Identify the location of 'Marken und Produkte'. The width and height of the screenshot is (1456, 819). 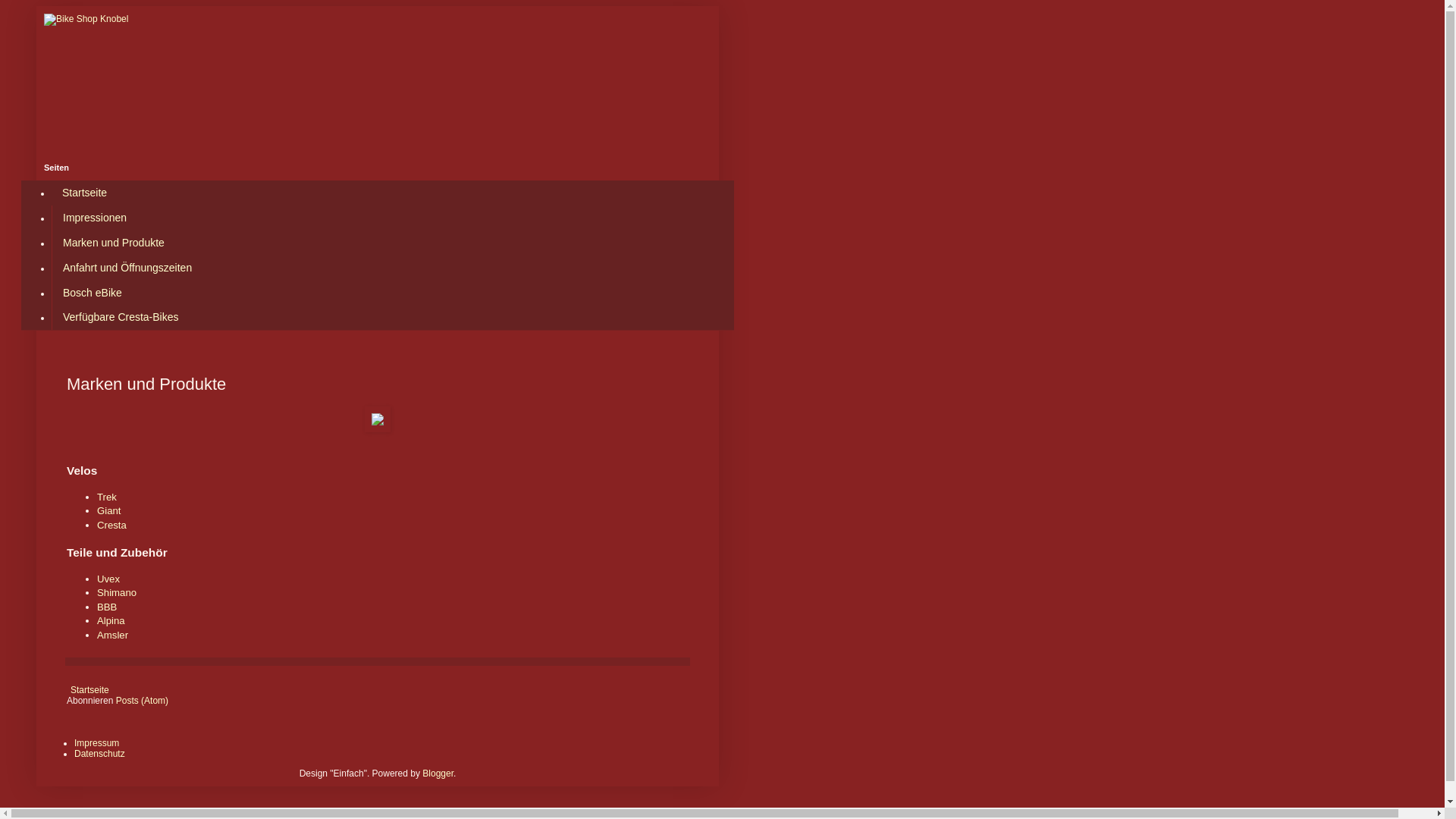
(112, 242).